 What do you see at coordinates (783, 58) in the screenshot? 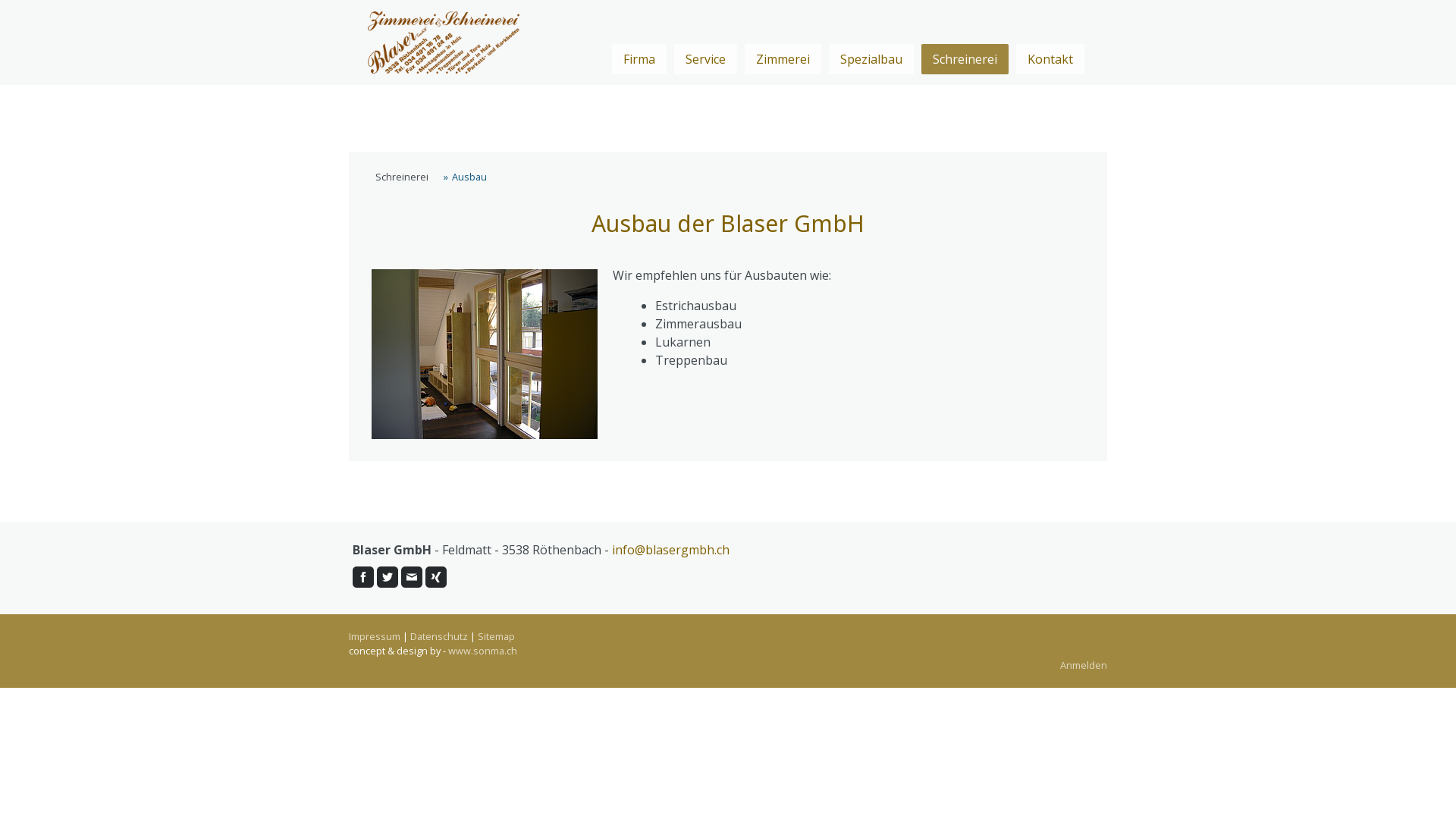
I see `'Zimmerei'` at bounding box center [783, 58].